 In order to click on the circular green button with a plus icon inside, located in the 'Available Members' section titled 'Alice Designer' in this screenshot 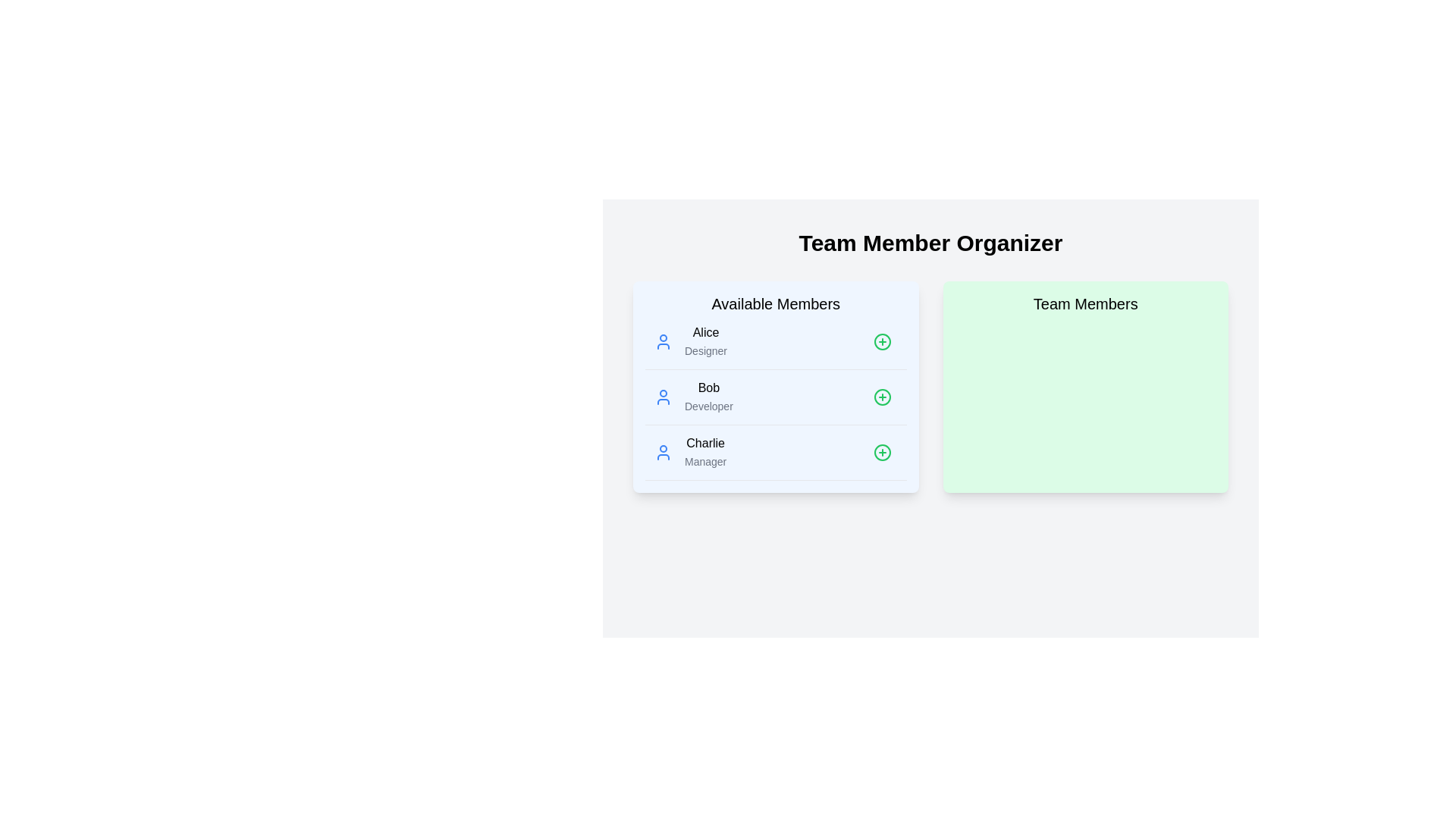, I will do `click(882, 342)`.